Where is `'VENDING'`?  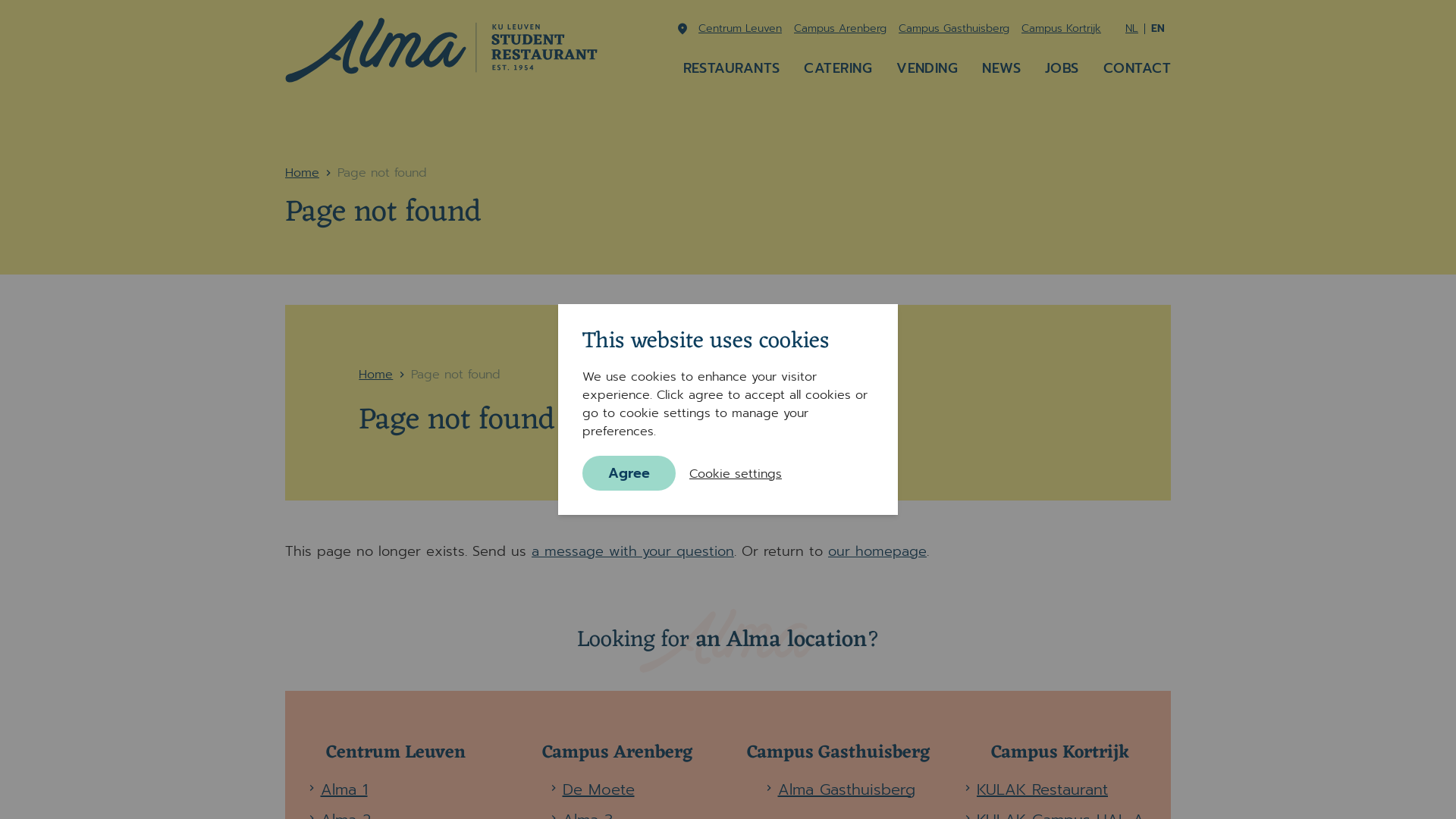
'VENDING' is located at coordinates (926, 67).